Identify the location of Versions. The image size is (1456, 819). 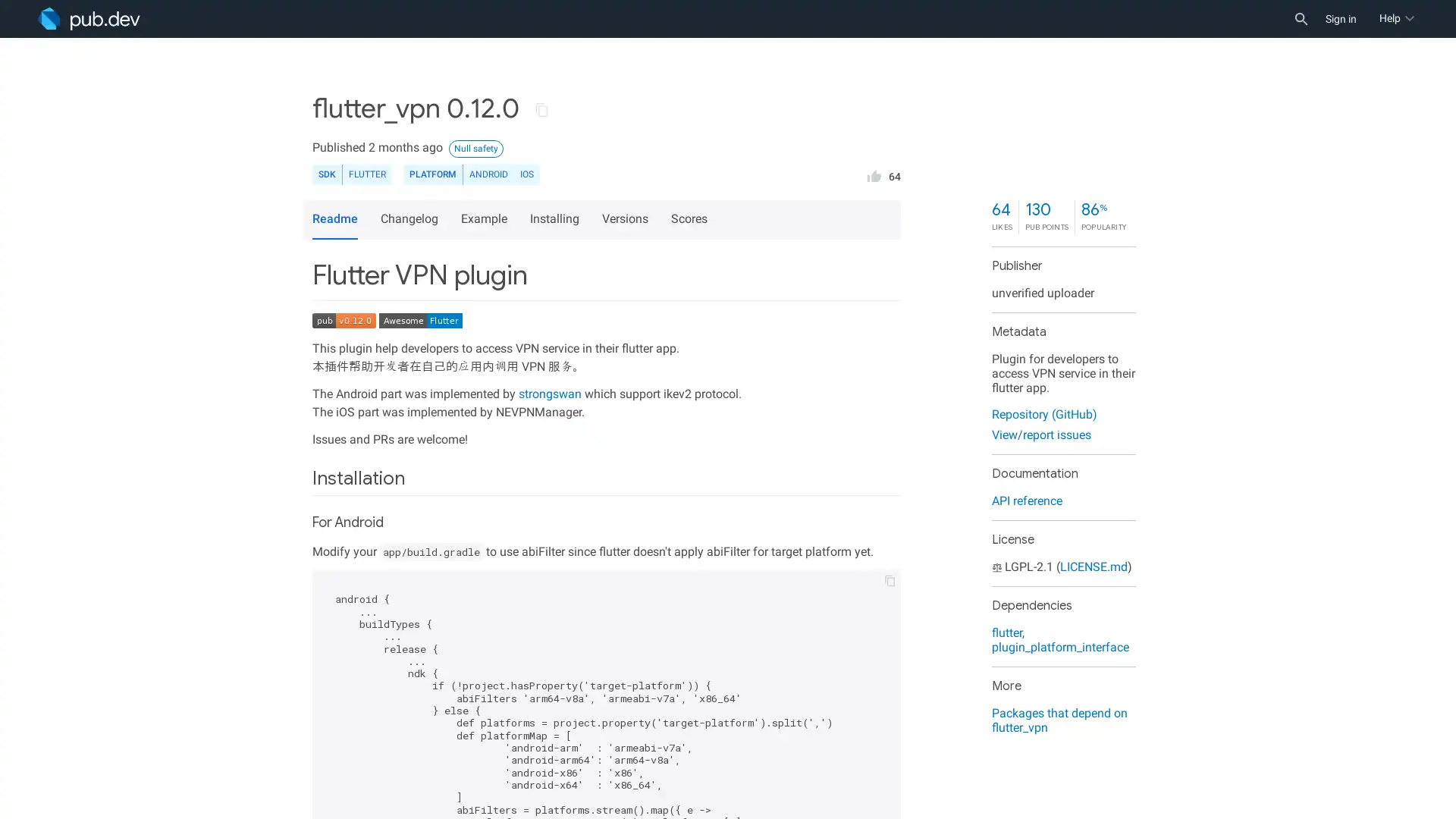
(627, 219).